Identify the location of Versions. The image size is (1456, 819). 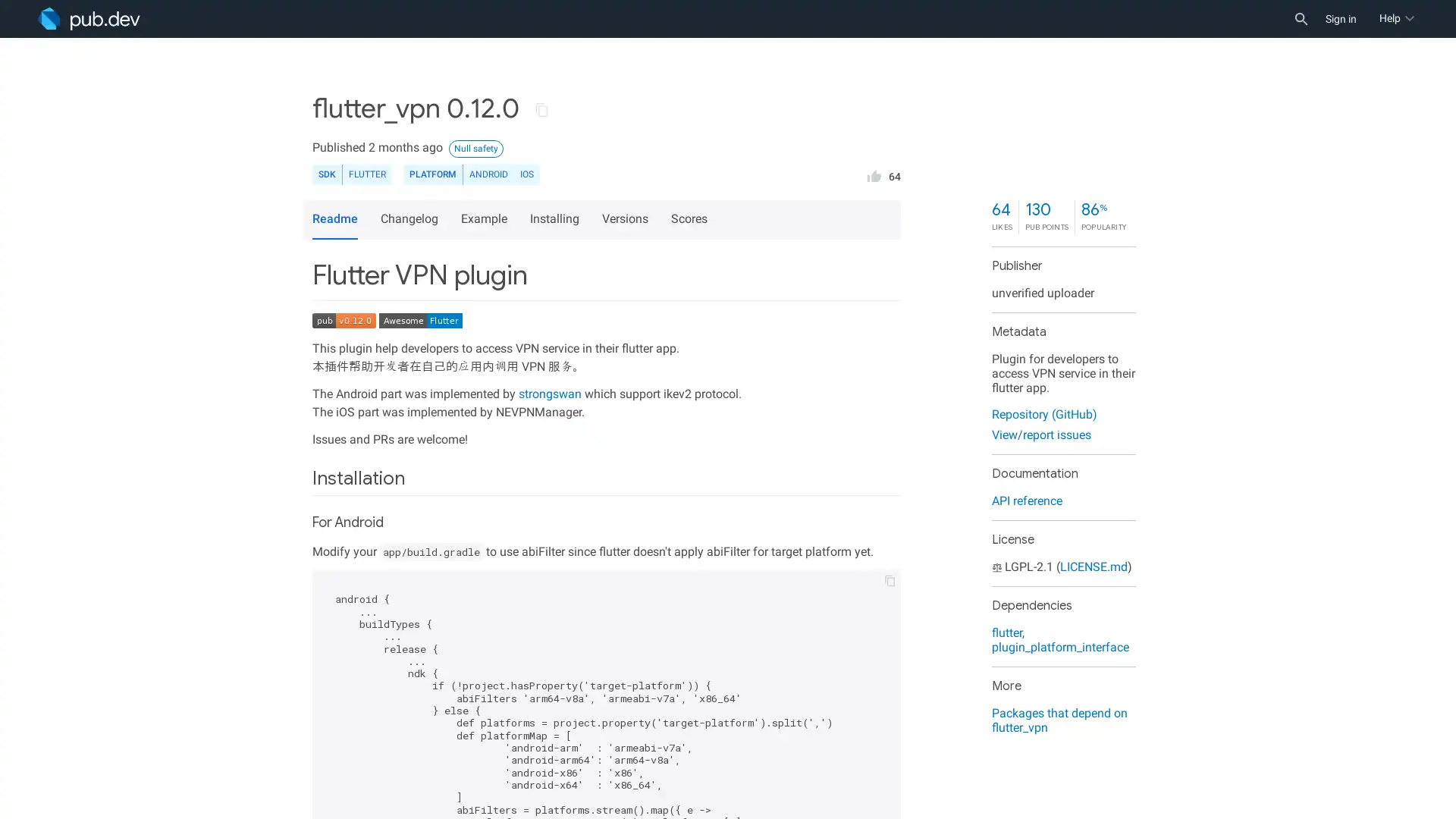
(627, 219).